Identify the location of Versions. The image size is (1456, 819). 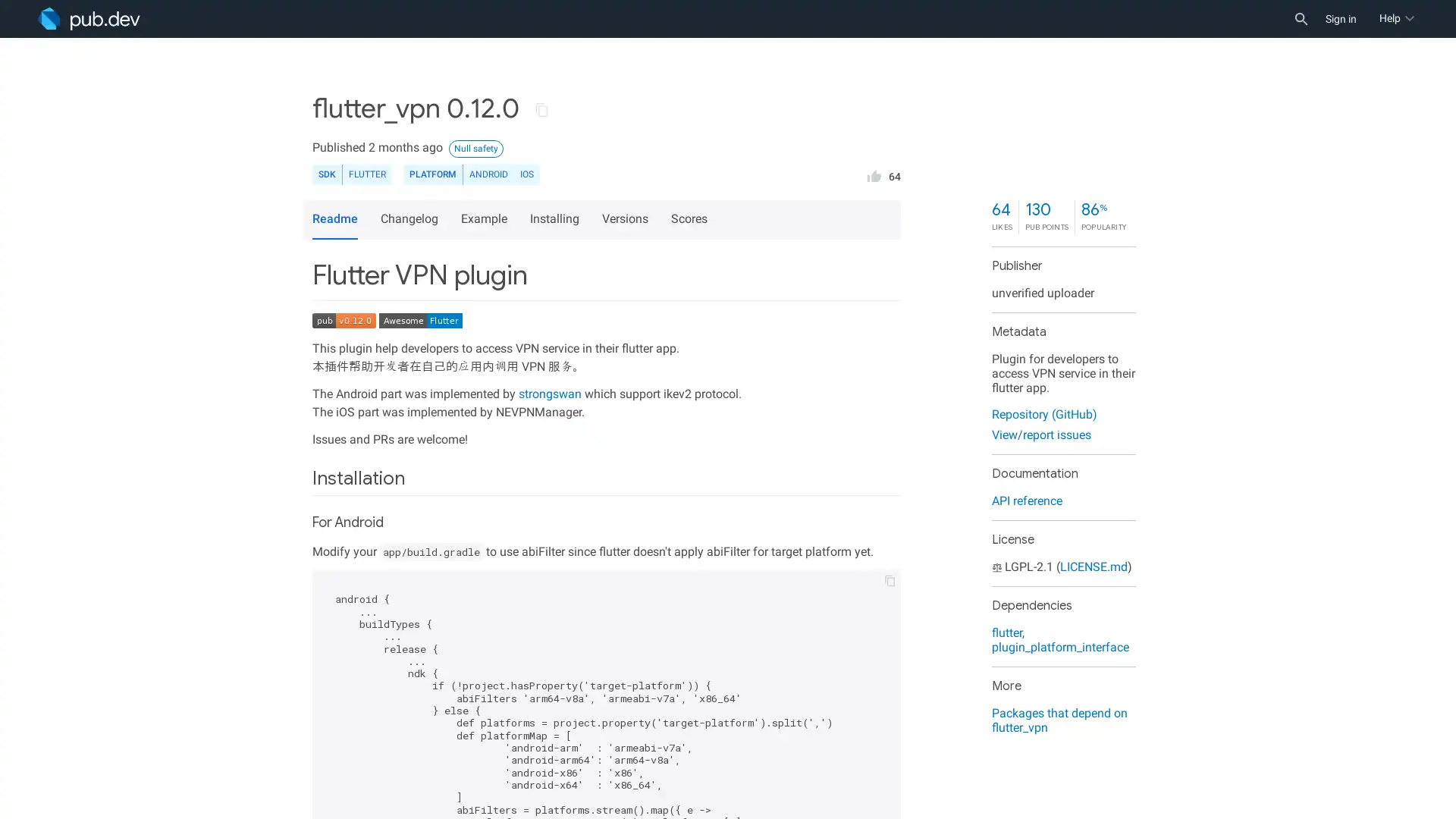
(627, 219).